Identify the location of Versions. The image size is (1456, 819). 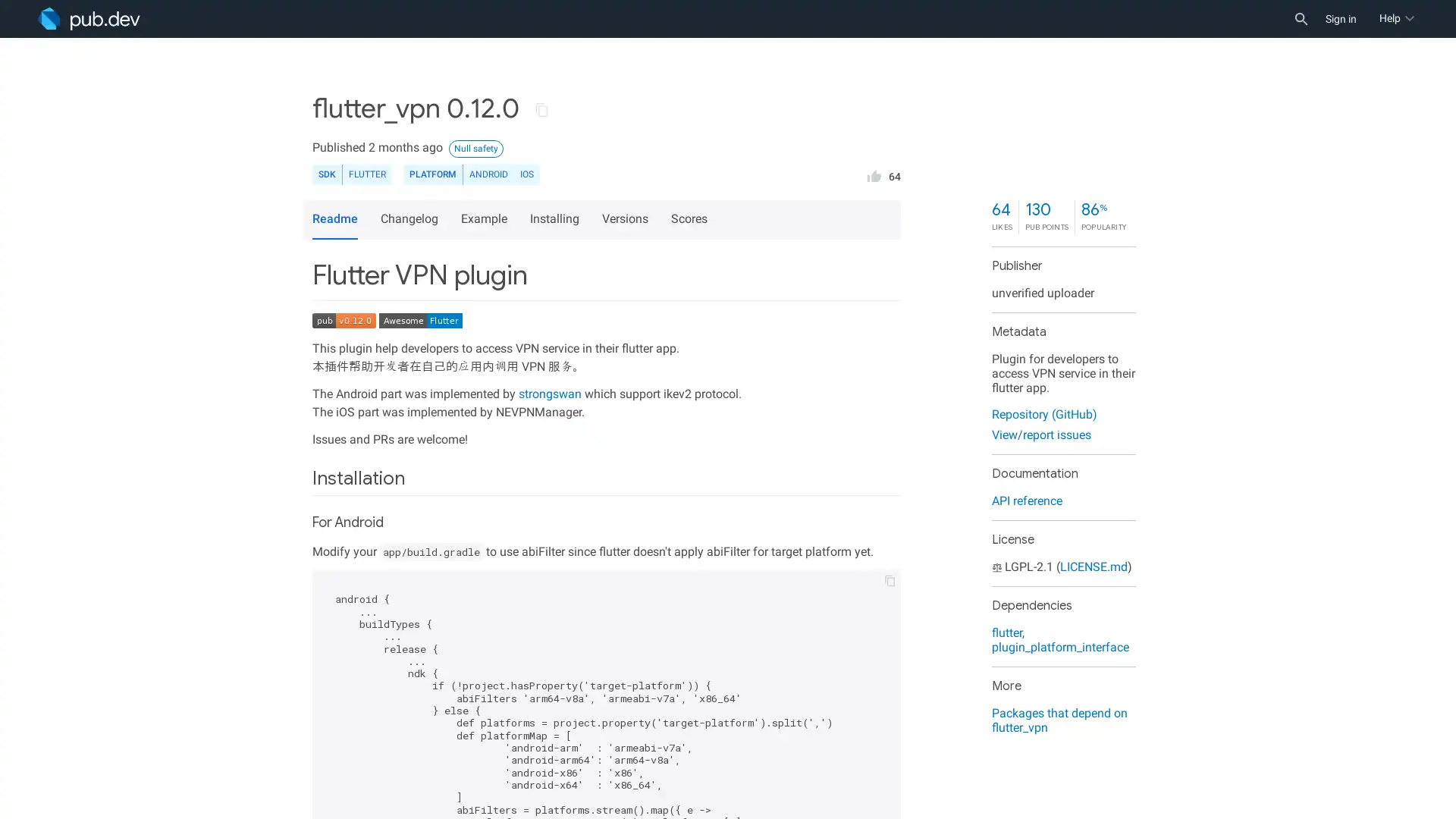
(627, 219).